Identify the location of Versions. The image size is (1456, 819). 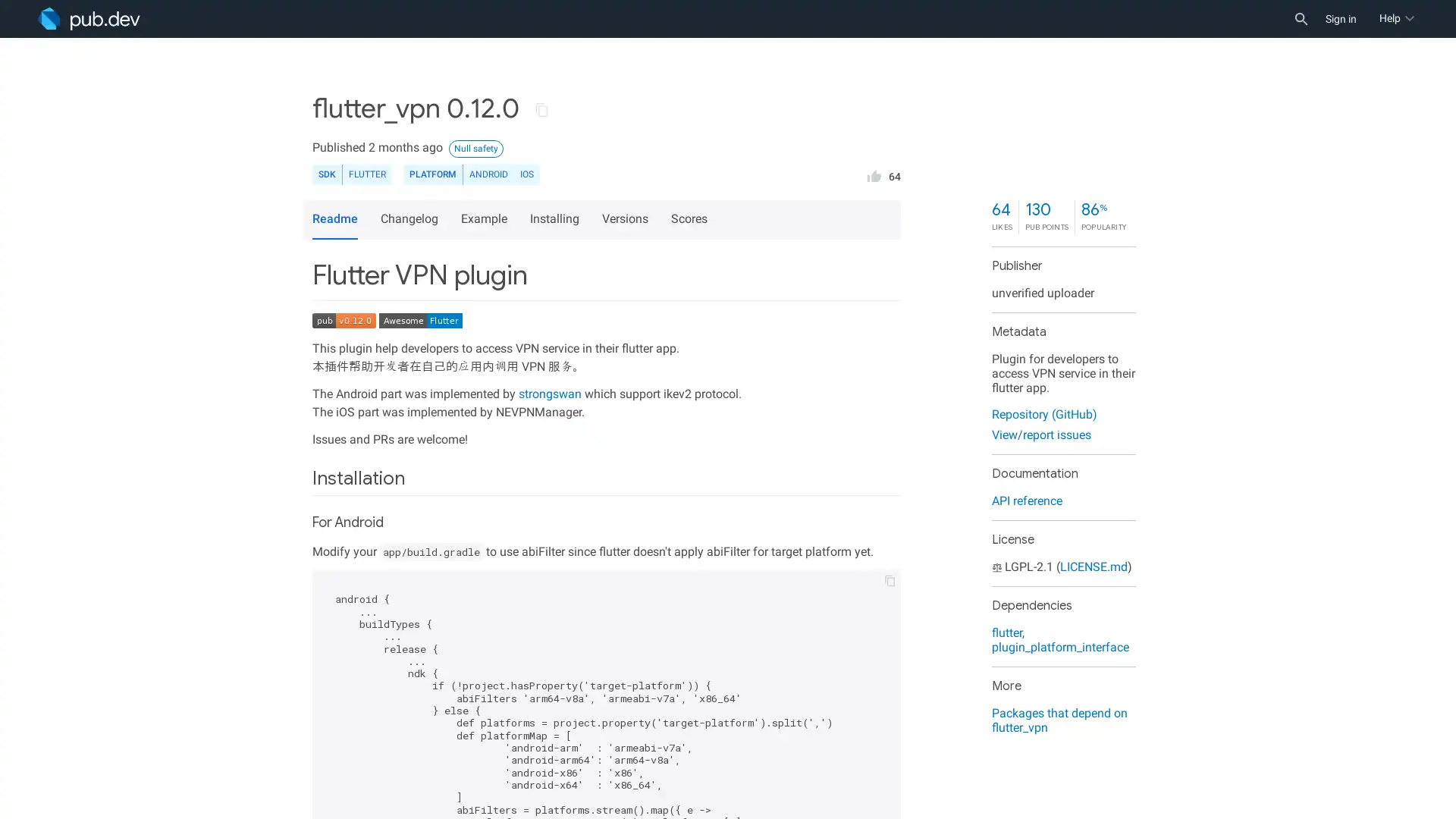
(627, 219).